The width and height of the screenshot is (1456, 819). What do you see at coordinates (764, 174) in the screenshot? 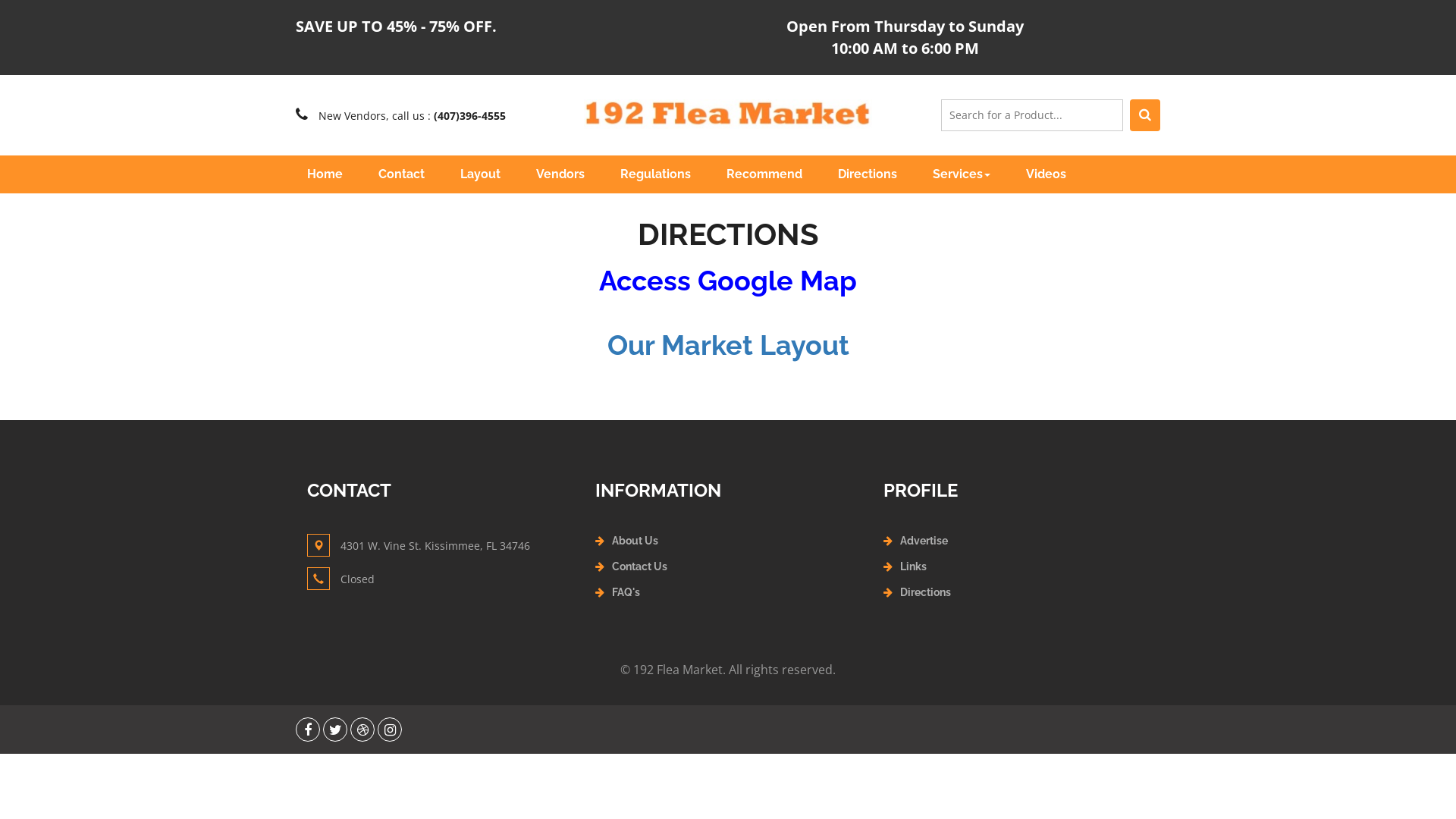
I see `'Recommend'` at bounding box center [764, 174].